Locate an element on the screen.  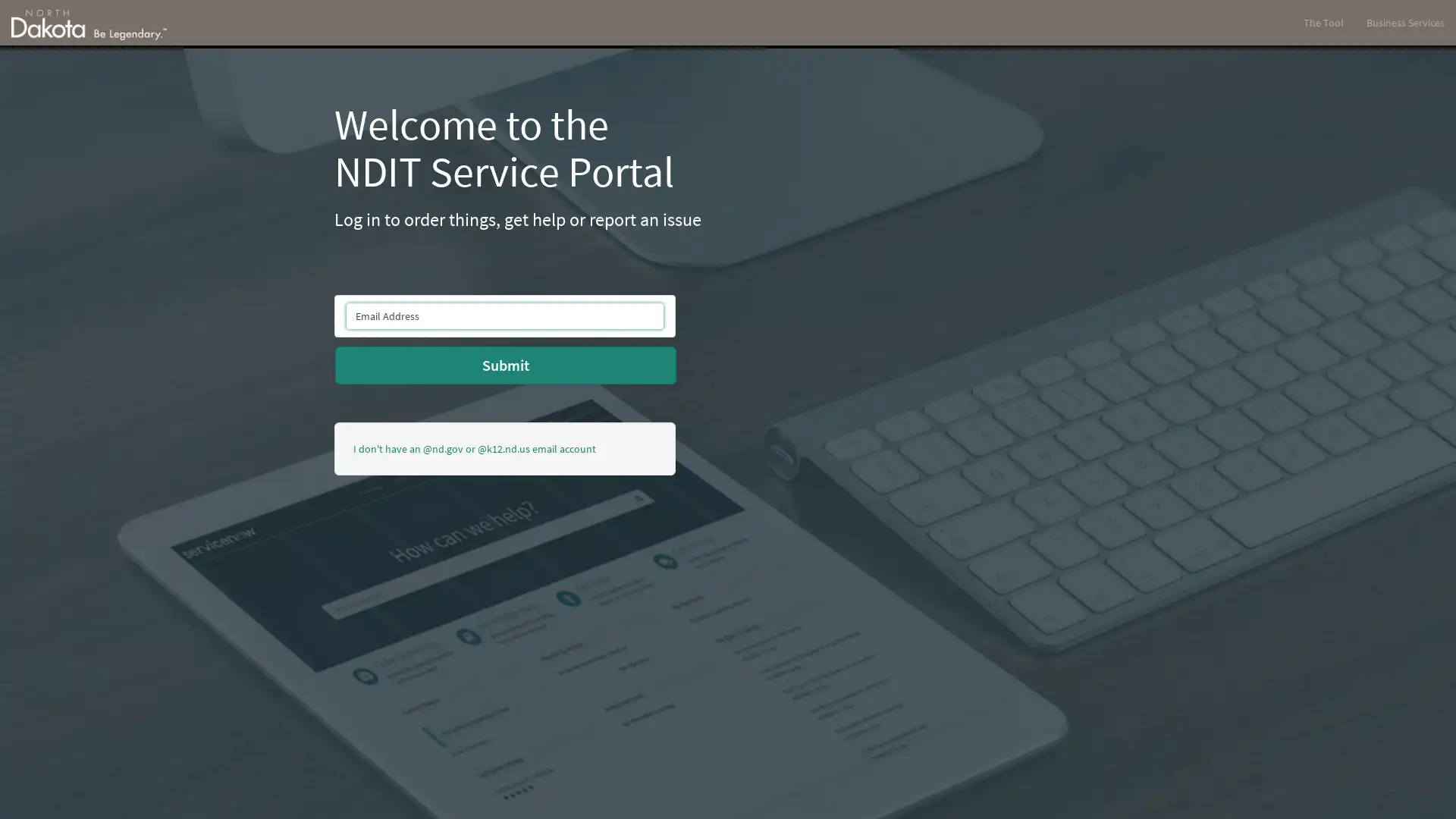
Submit is located at coordinates (505, 365).